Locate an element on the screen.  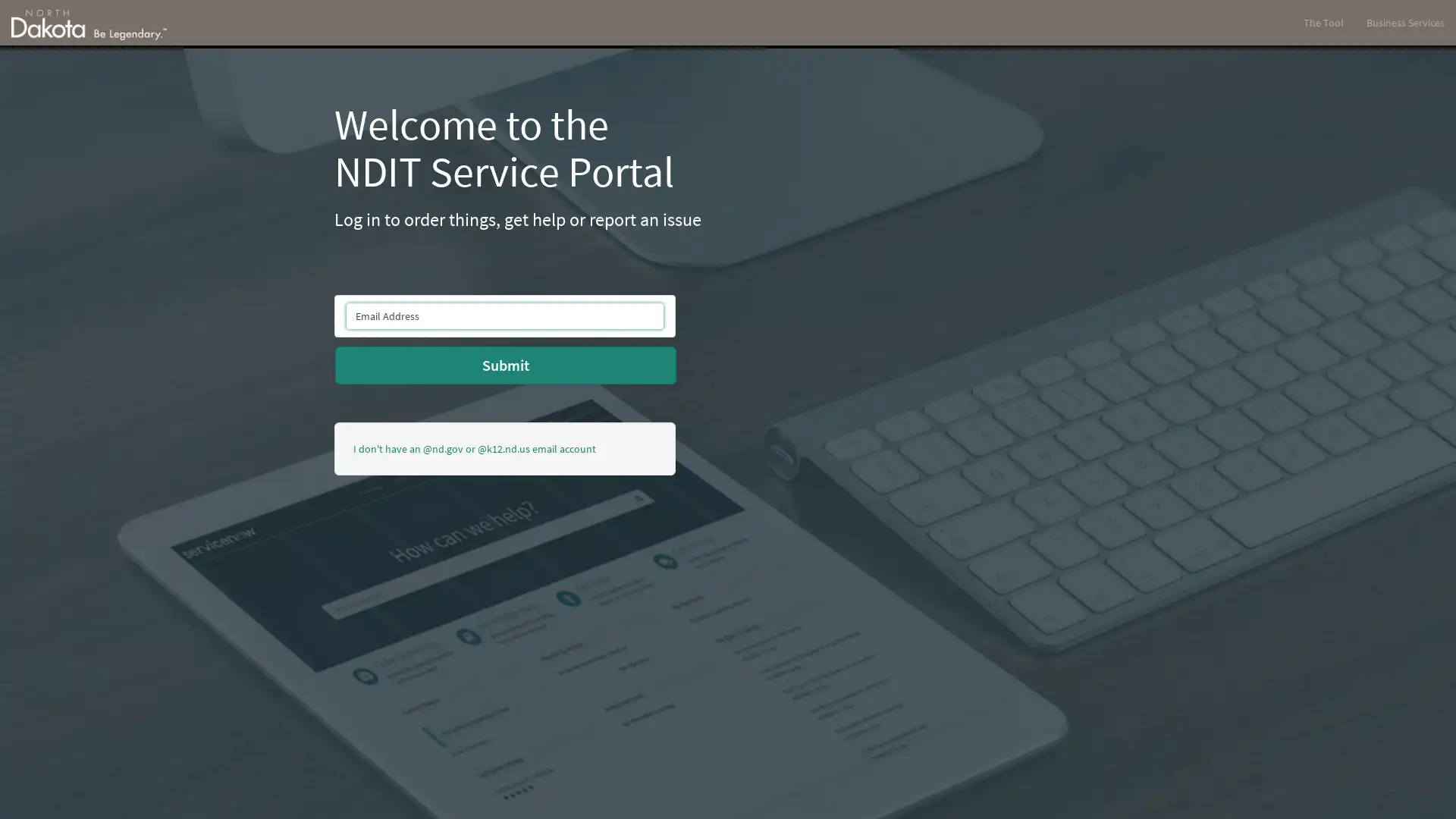
Submit is located at coordinates (505, 365).